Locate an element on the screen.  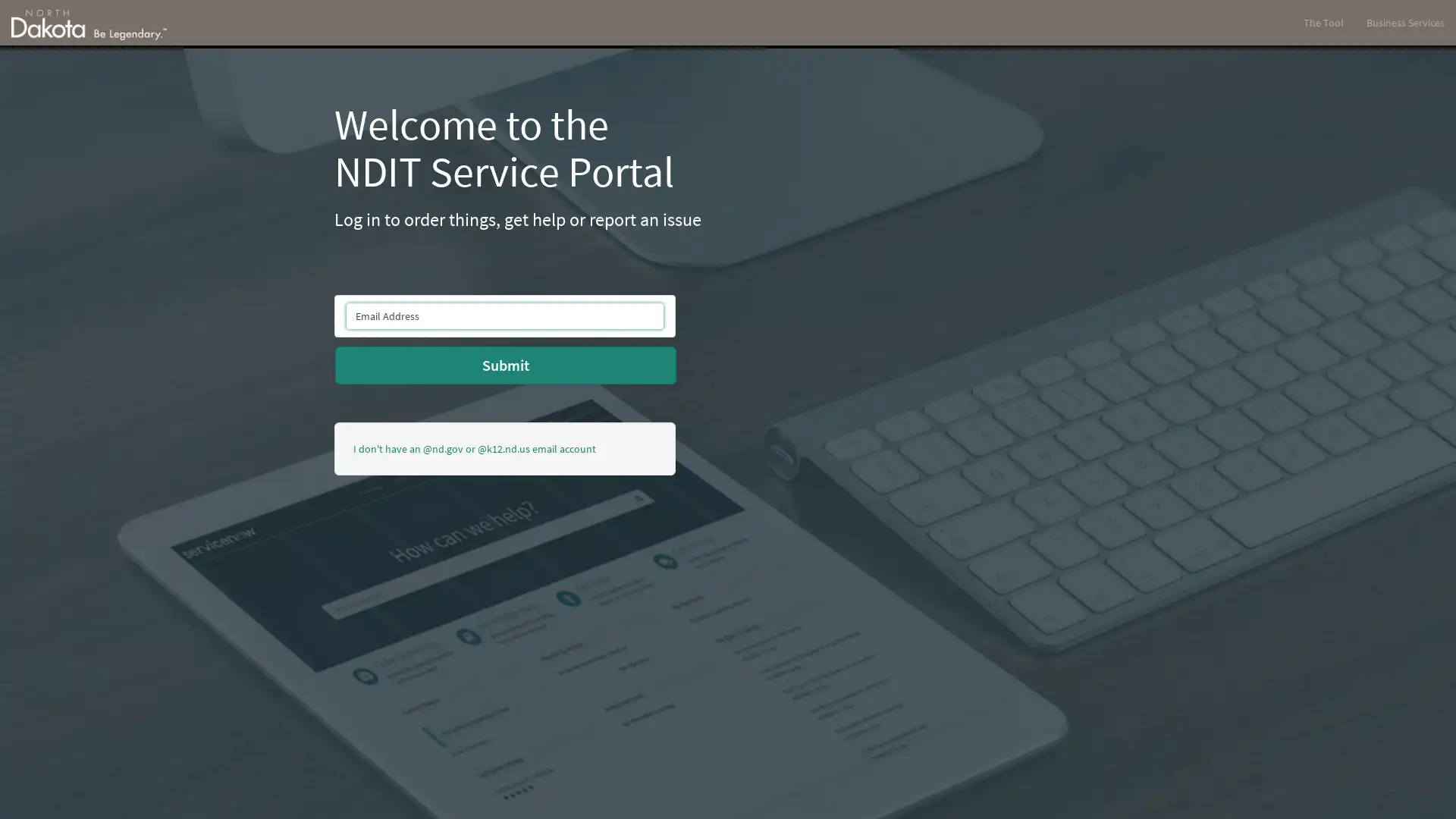
Submit is located at coordinates (505, 365).